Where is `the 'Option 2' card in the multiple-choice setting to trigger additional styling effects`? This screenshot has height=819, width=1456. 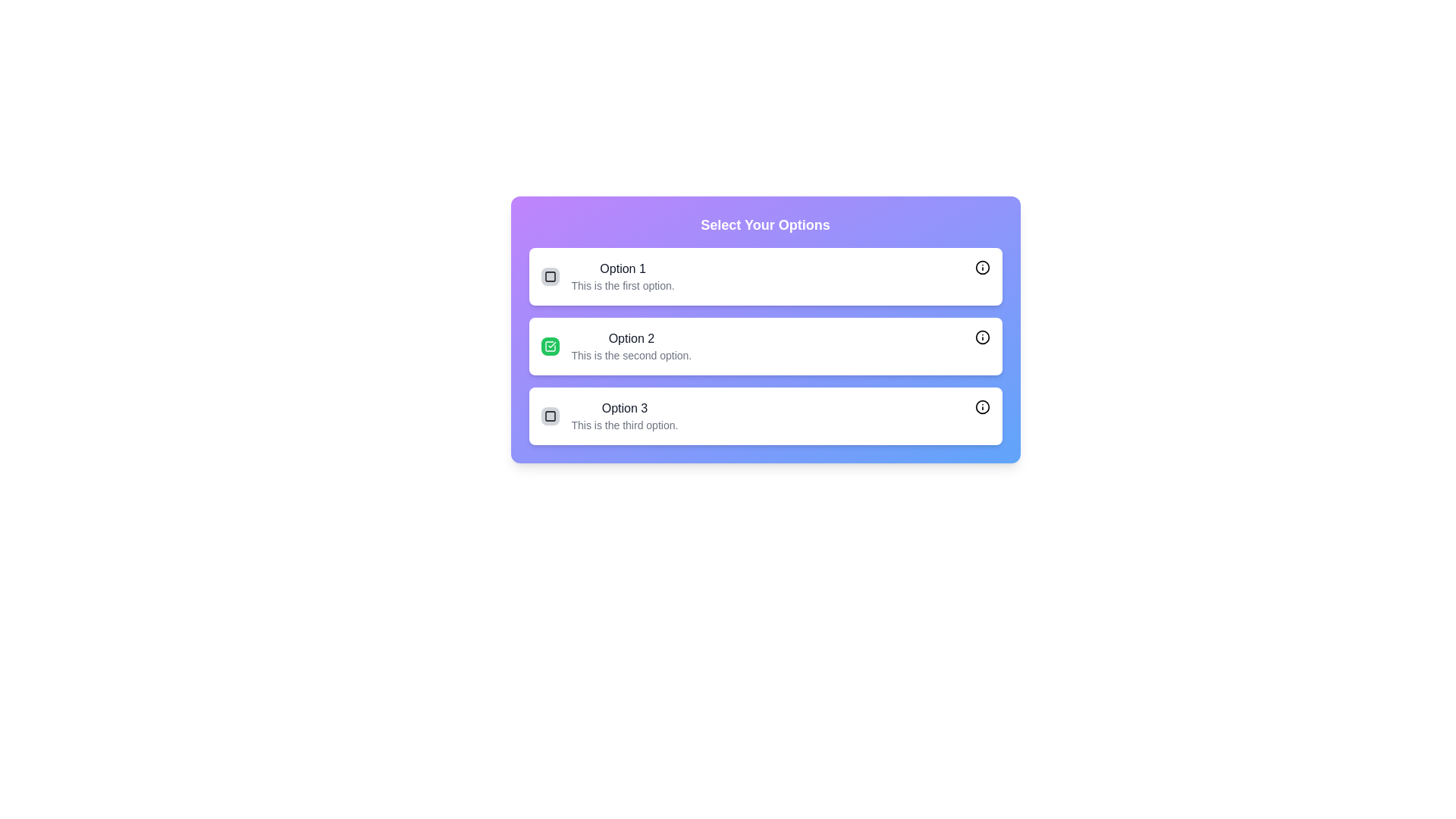
the 'Option 2' card in the multiple-choice setting to trigger additional styling effects is located at coordinates (765, 329).